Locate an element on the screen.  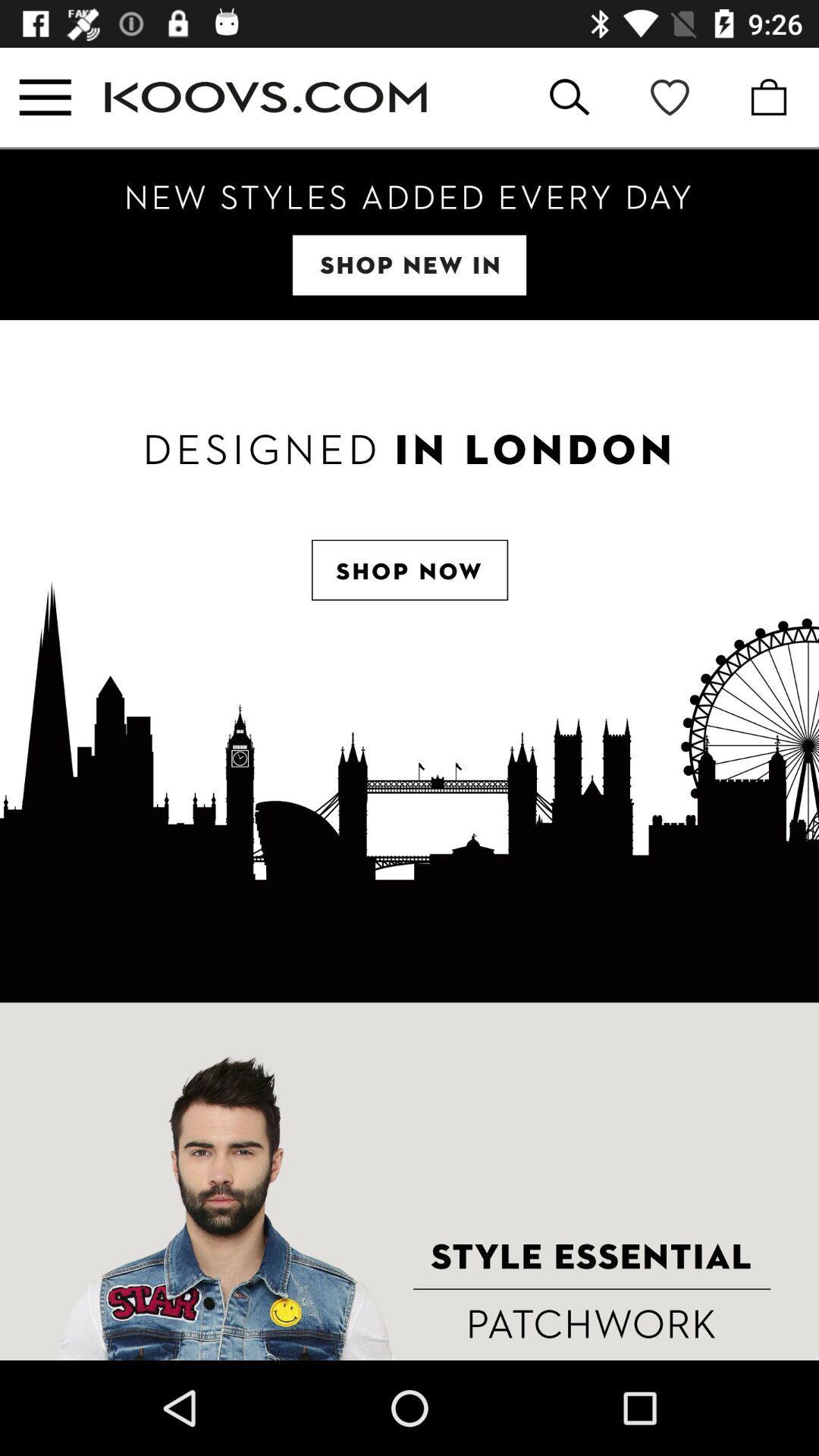
the menu icon is located at coordinates (44, 96).